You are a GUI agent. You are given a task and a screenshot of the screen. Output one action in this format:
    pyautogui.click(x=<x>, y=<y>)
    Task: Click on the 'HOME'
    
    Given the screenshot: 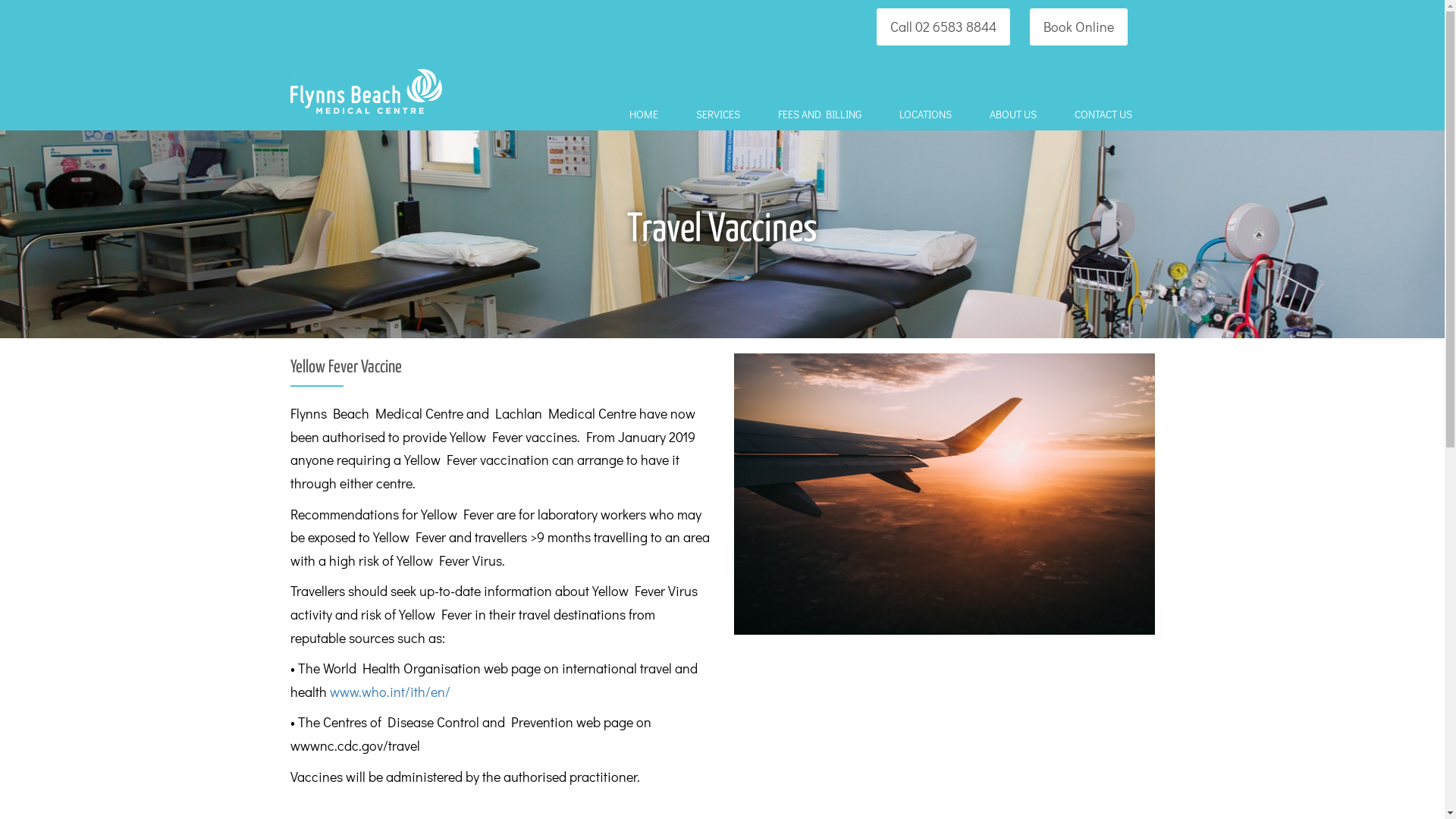 What is the action you would take?
    pyautogui.click(x=648, y=114)
    